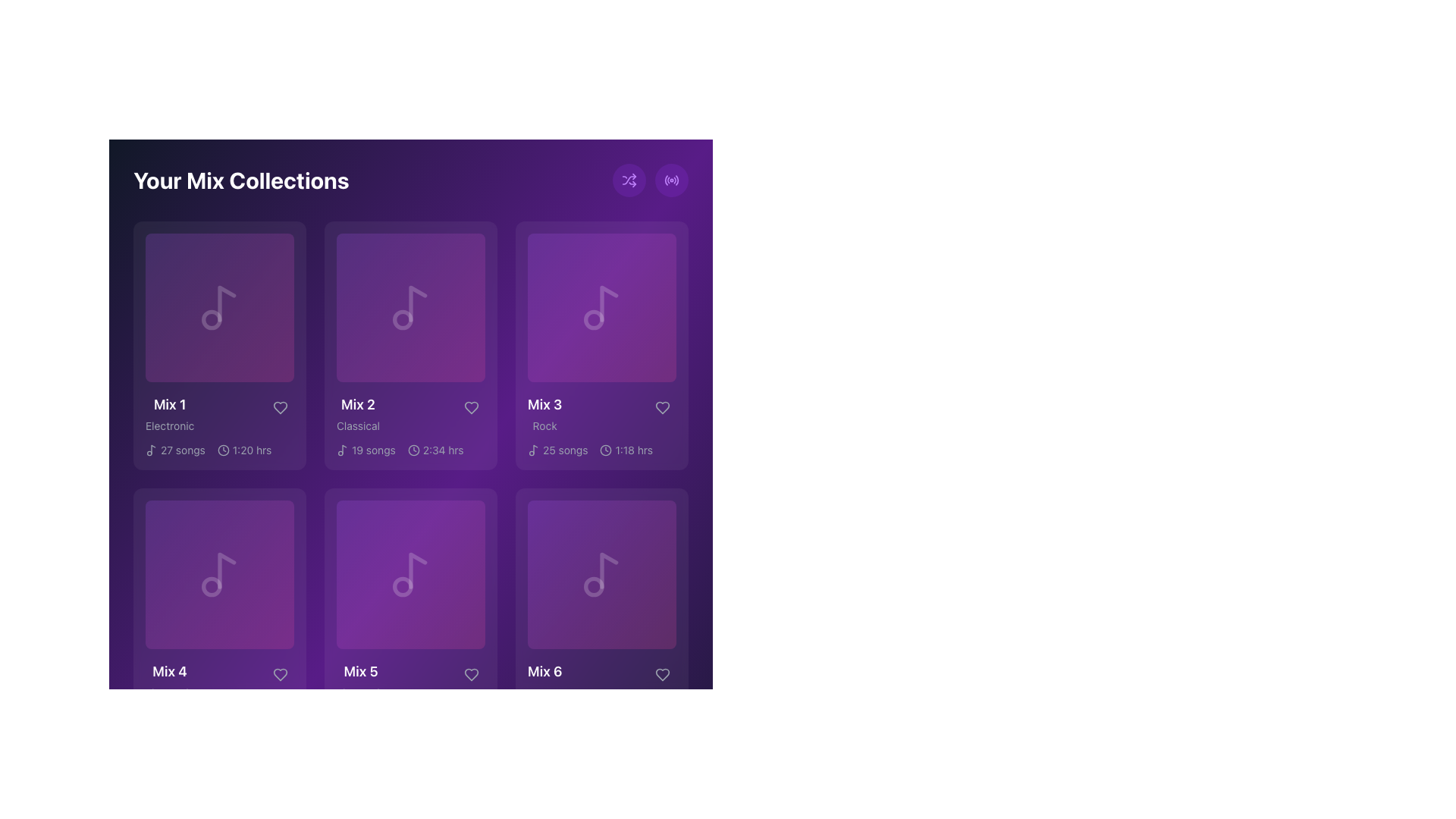 The width and height of the screenshot is (1456, 819). I want to click on the shuffle mode icon located in the top-right corner of the layout, so click(629, 180).